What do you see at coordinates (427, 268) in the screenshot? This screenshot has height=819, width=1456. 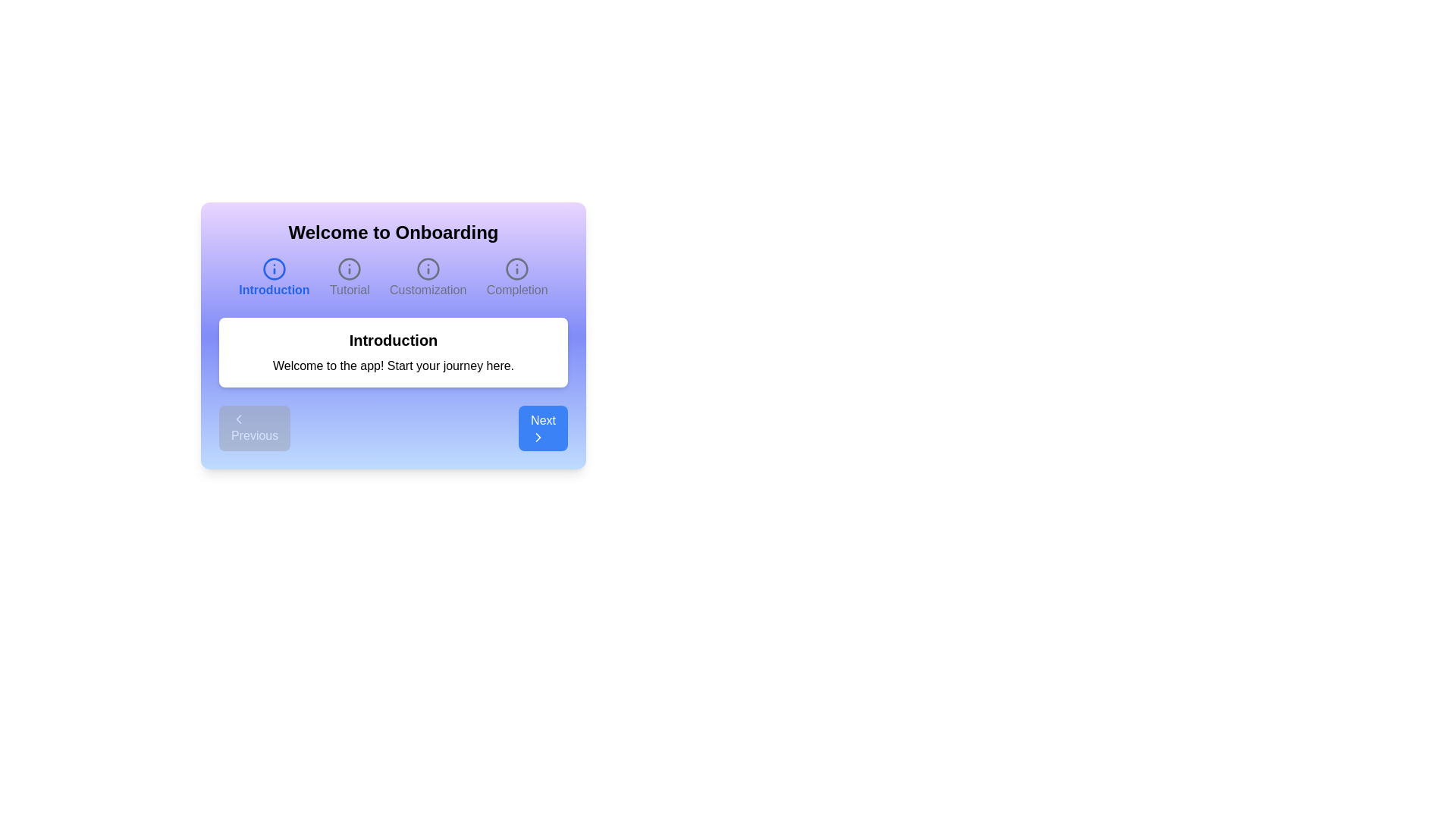 I see `the third circular outline icon in the navigation bar, located between the 'Tutorial' and 'Completion' icons` at bounding box center [427, 268].